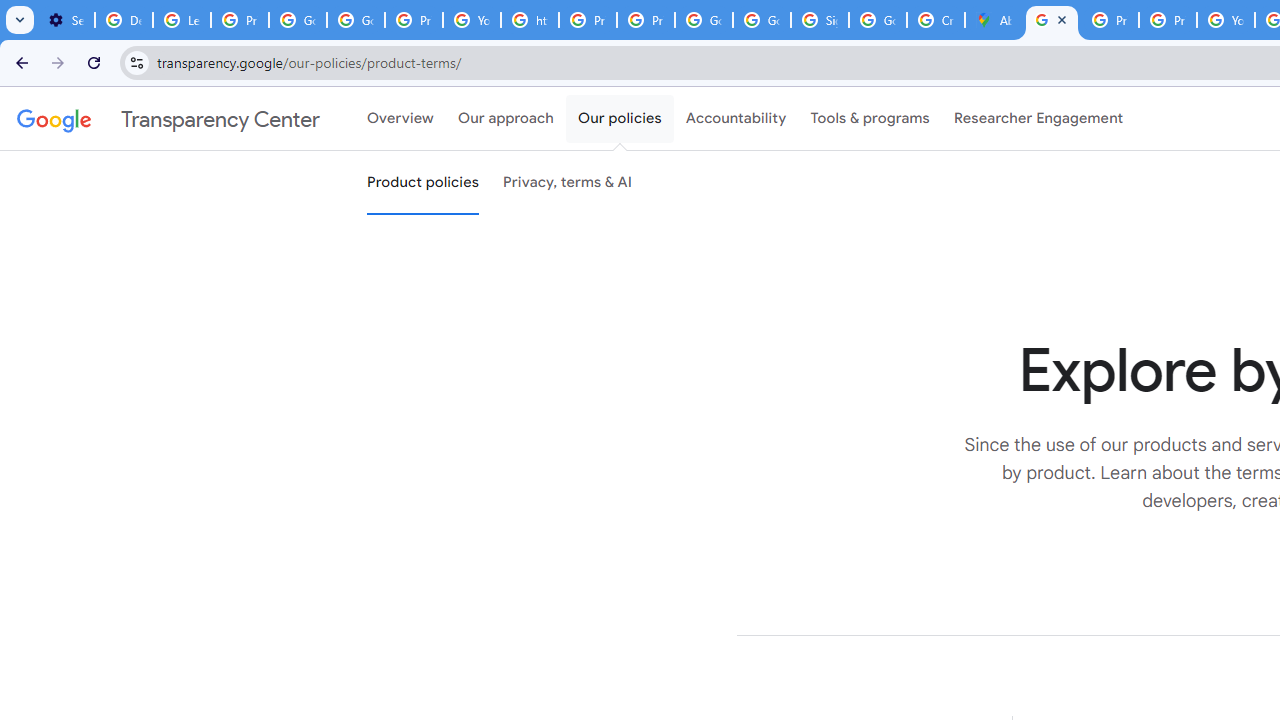 The height and width of the screenshot is (720, 1280). I want to click on 'Tools & programs', so click(869, 119).